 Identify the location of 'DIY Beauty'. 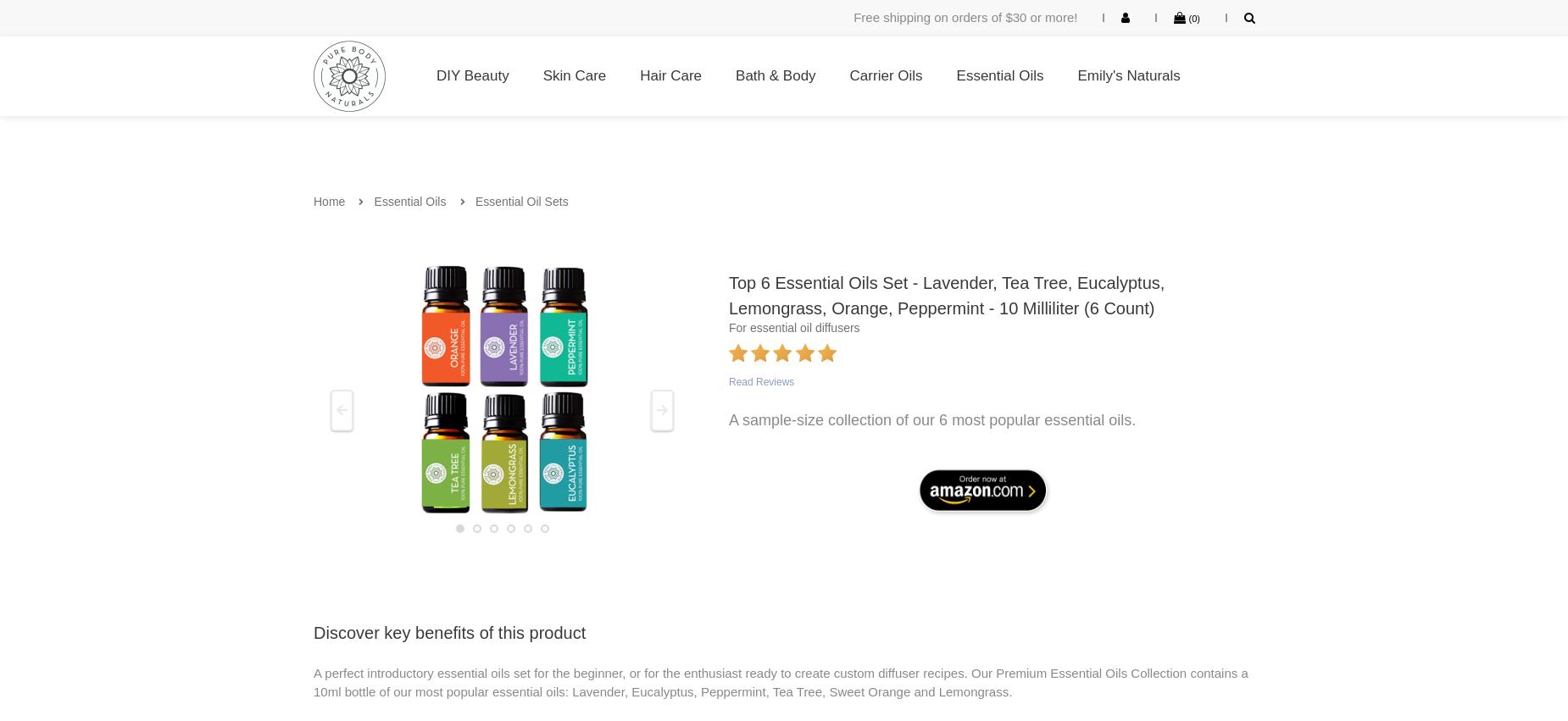
(472, 74).